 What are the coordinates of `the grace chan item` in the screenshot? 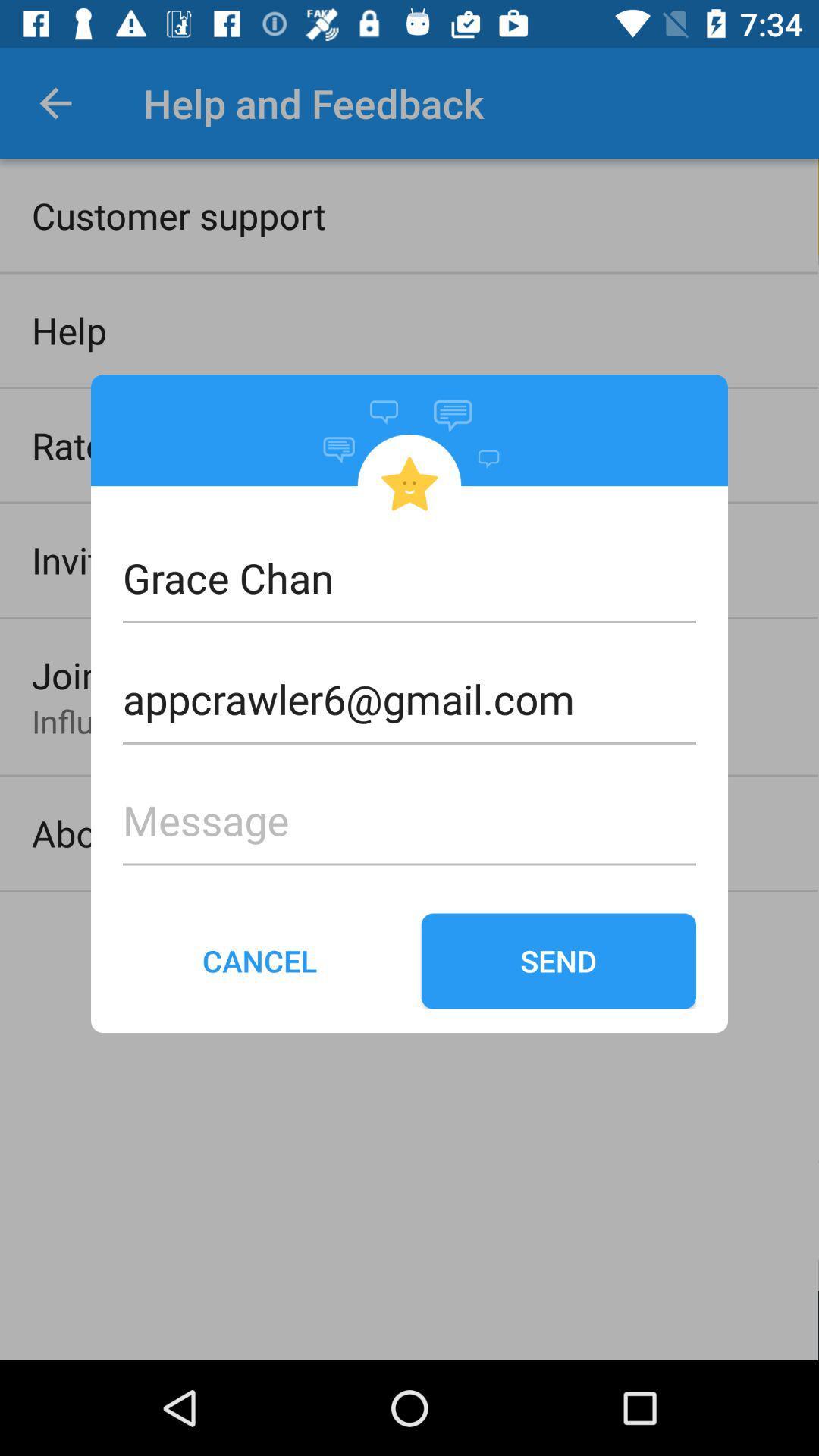 It's located at (409, 576).